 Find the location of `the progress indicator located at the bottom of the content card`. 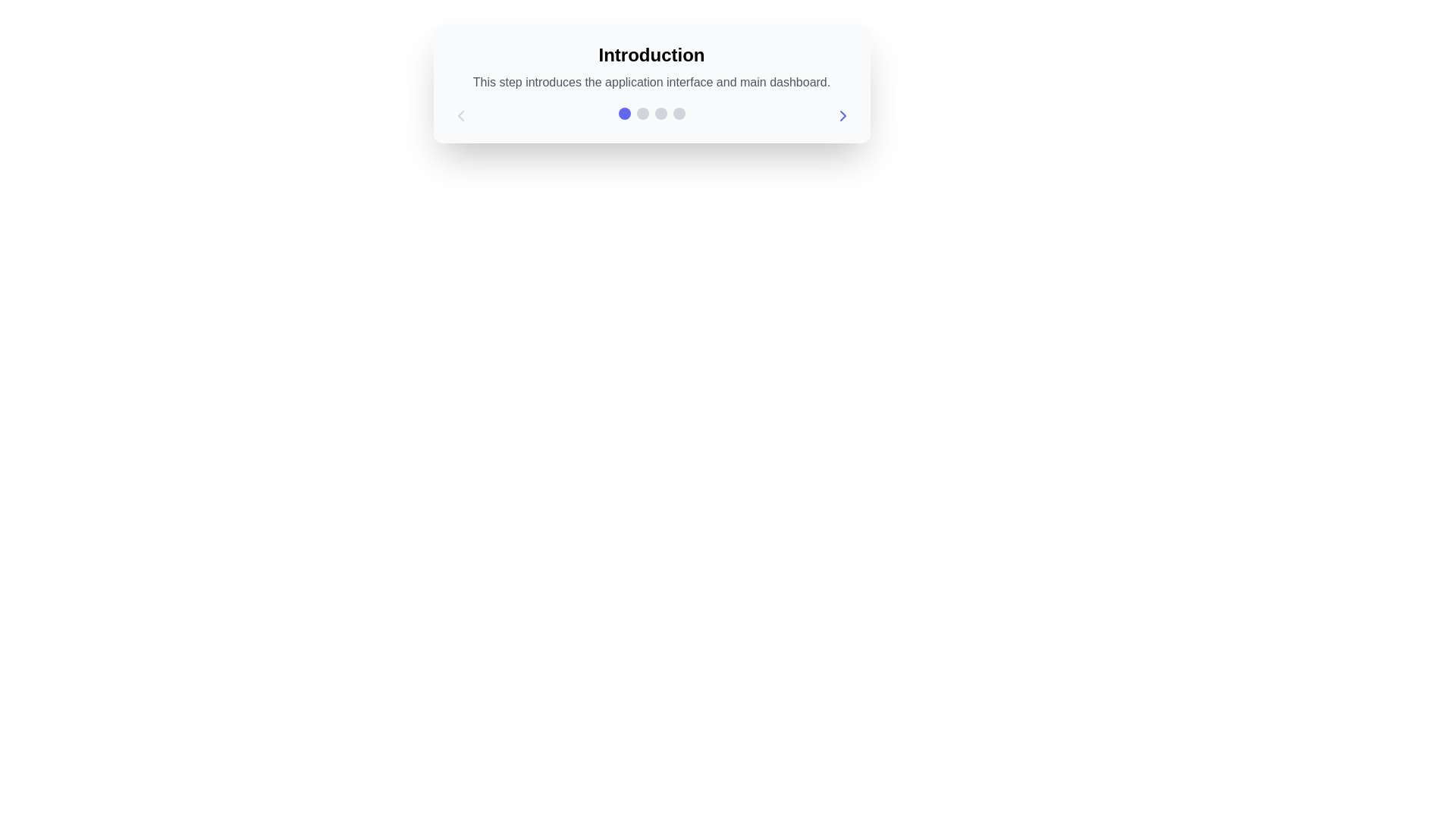

the progress indicator located at the bottom of the content card is located at coordinates (651, 115).